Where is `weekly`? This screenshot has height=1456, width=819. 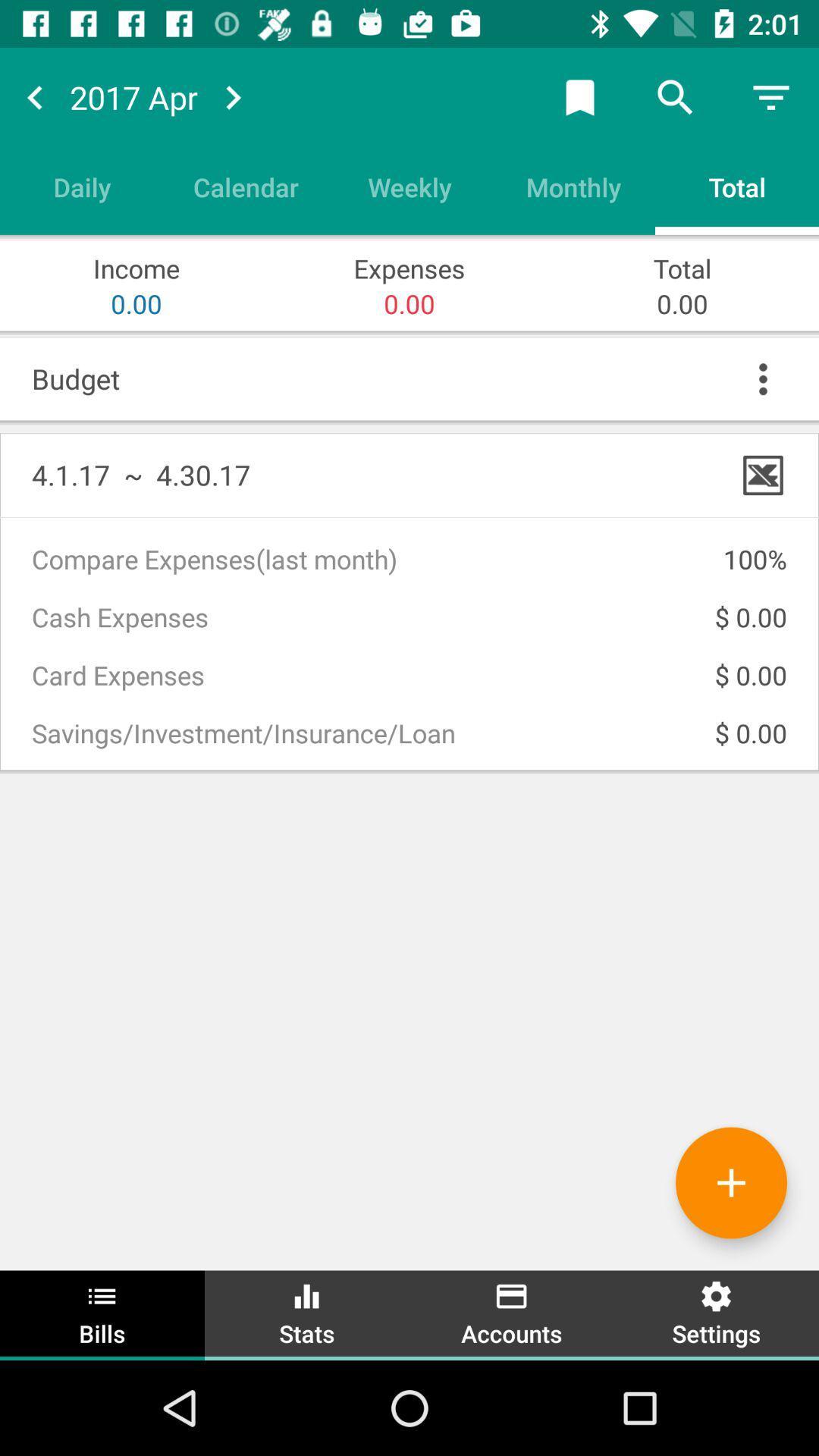
weekly is located at coordinates (409, 186).